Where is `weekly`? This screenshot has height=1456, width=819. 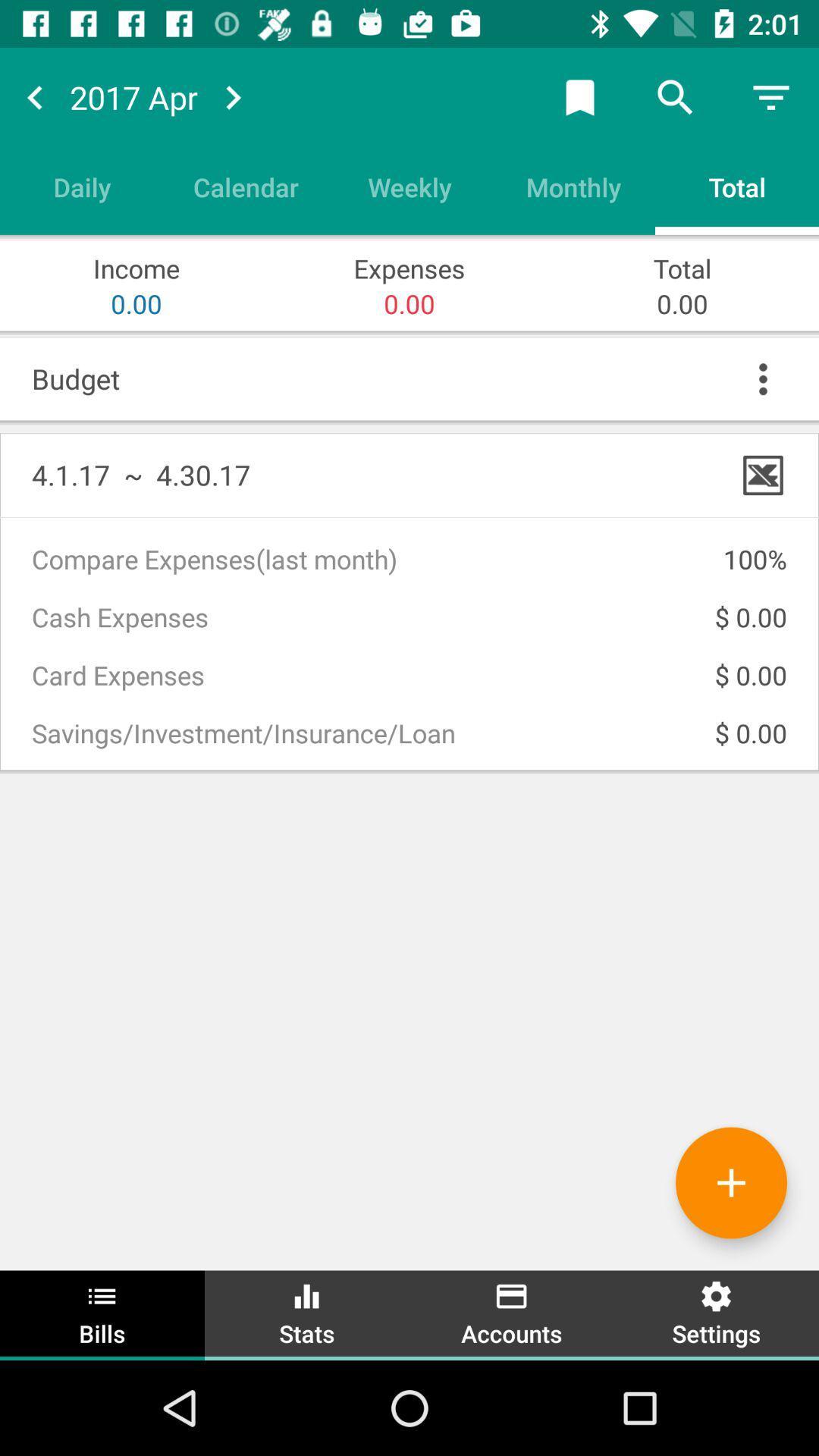
weekly is located at coordinates (409, 186).